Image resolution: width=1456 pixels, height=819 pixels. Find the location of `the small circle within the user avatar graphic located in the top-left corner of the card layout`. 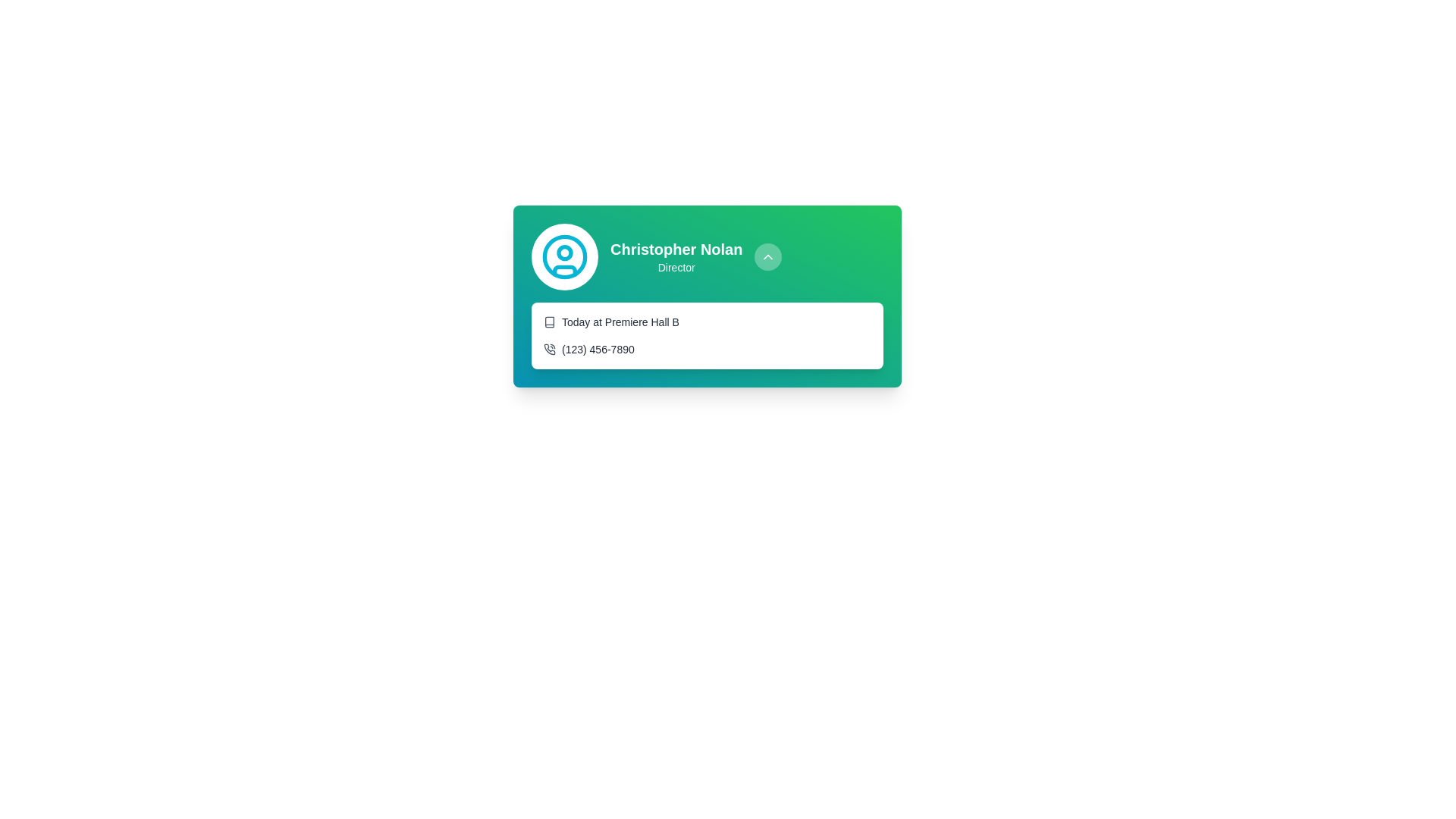

the small circle within the user avatar graphic located in the top-left corner of the card layout is located at coordinates (563, 251).